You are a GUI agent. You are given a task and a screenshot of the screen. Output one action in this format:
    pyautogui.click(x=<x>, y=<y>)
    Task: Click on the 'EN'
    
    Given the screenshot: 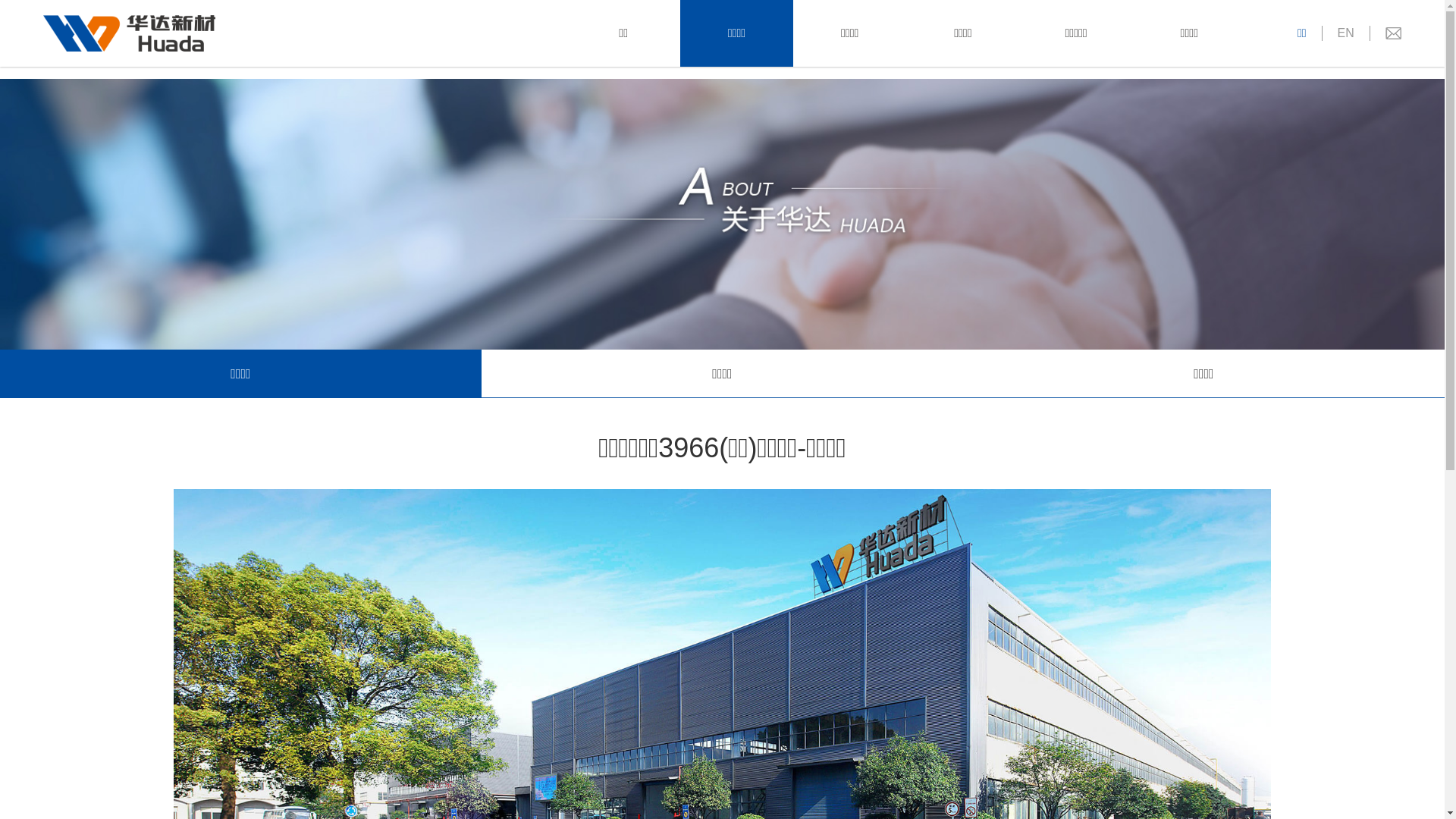 What is the action you would take?
    pyautogui.click(x=1337, y=33)
    